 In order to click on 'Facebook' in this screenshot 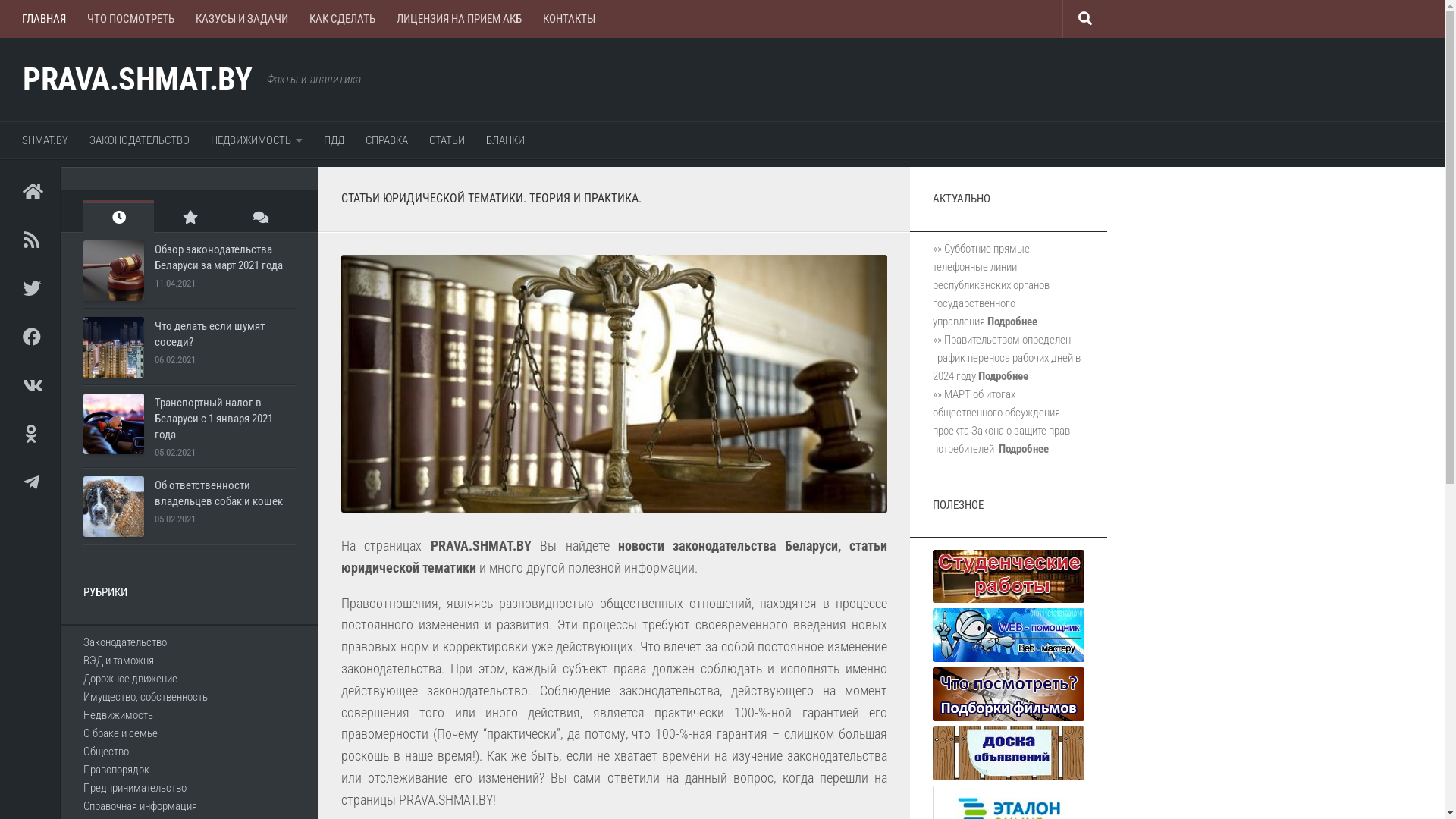, I will do `click(30, 335)`.